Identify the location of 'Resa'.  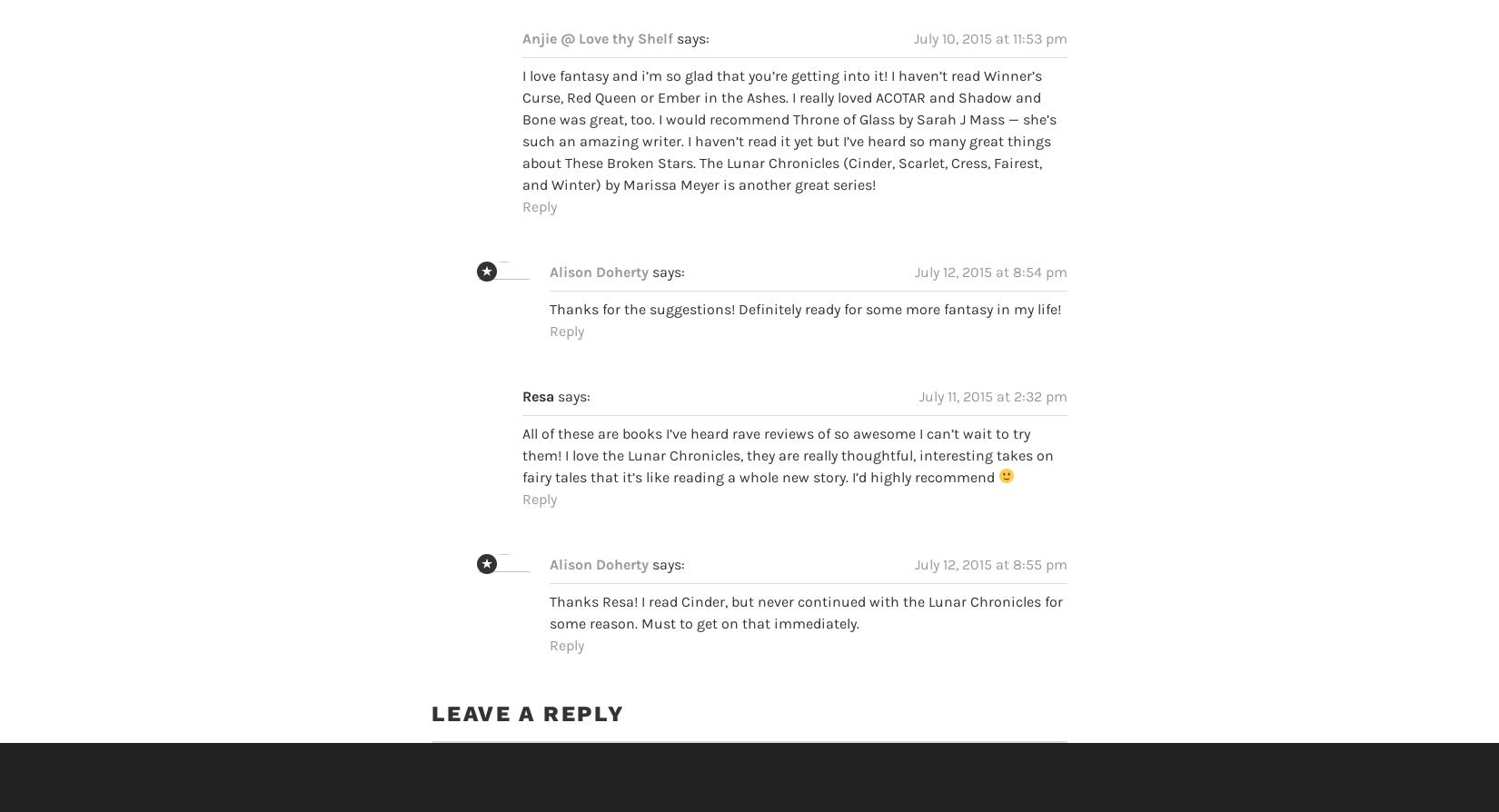
(521, 361).